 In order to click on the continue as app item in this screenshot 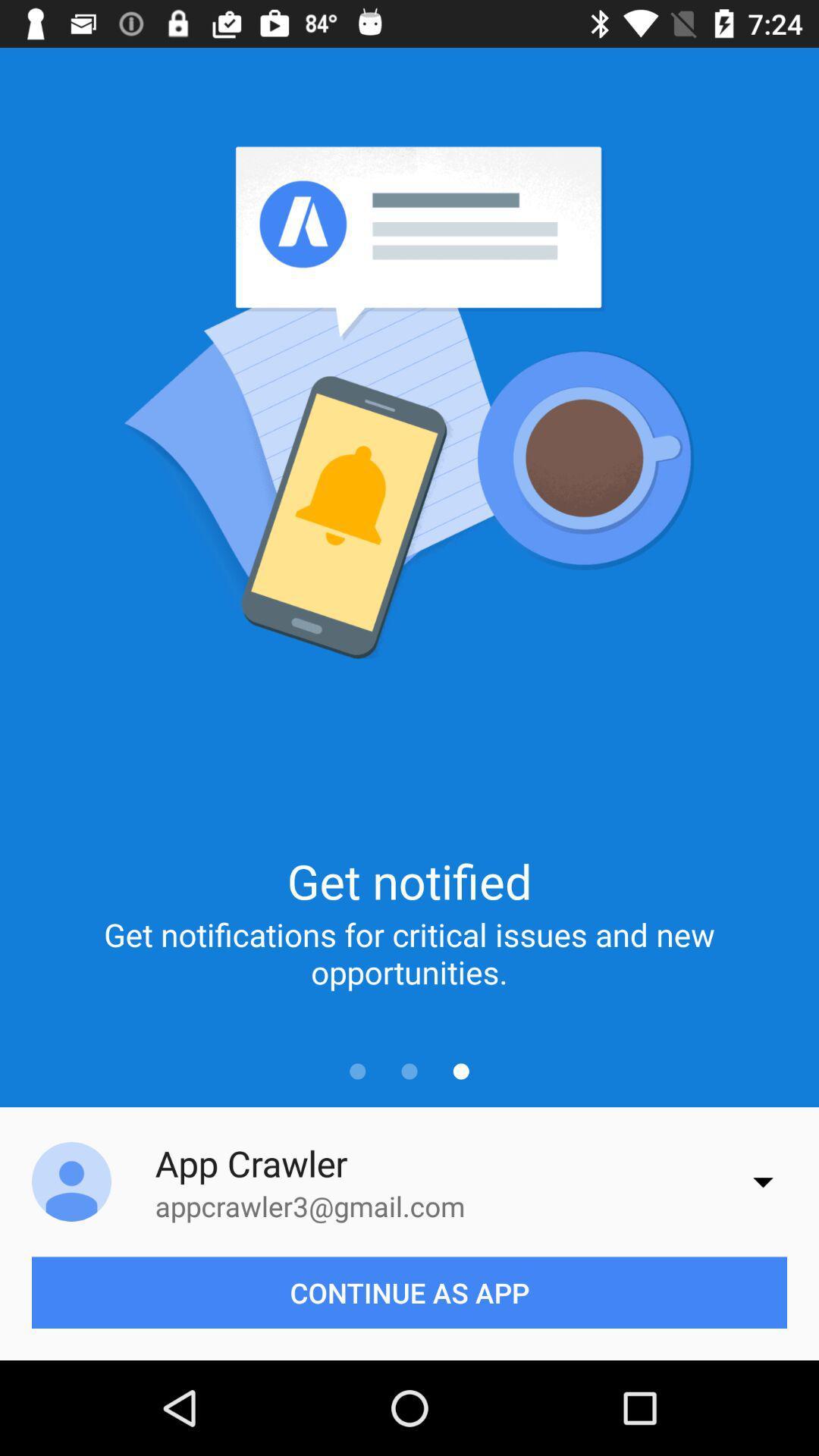, I will do `click(409, 1291)`.